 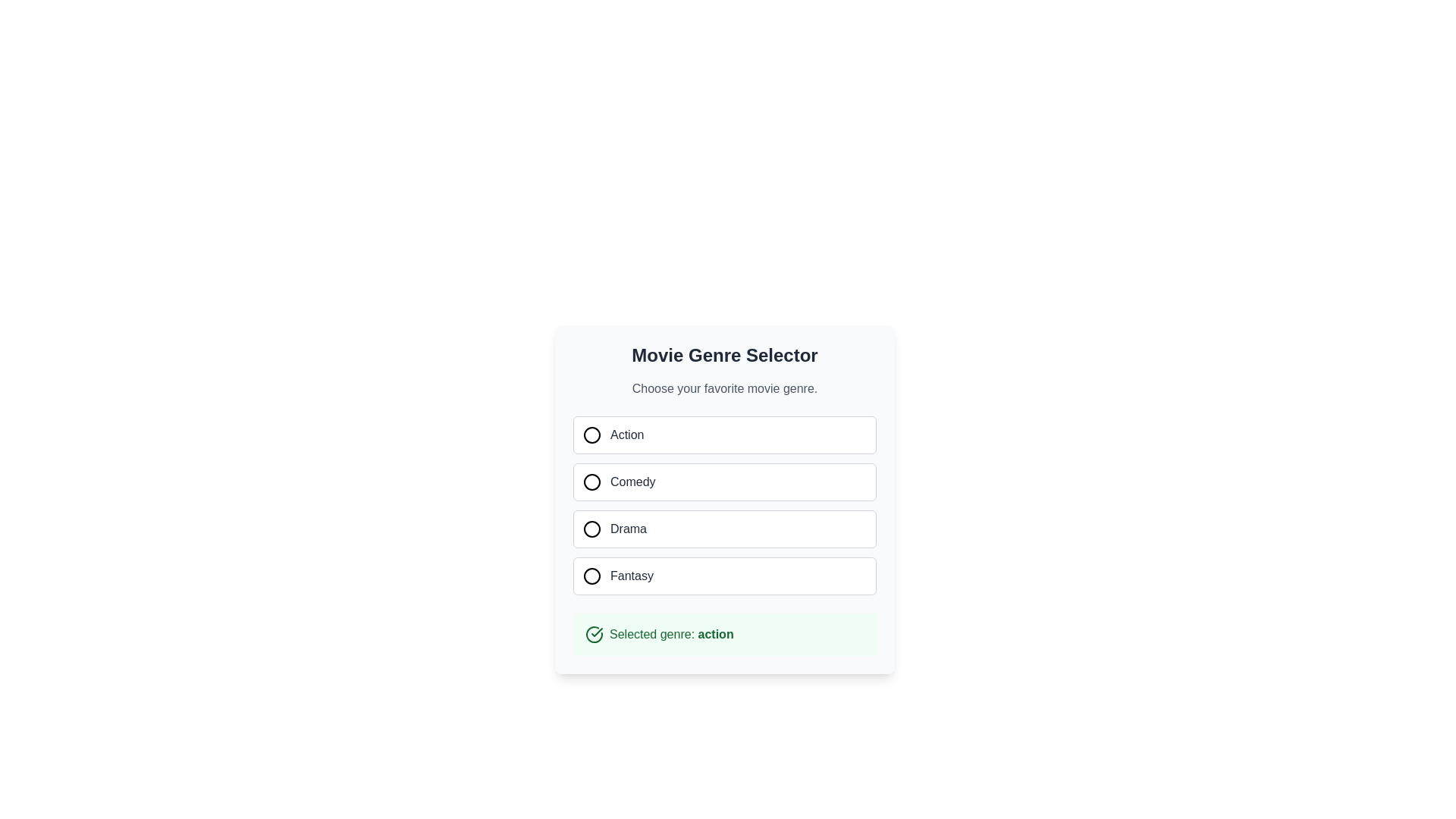 I want to click on the text label that reads 'Choose your favorite movie genre.' which is styled in gray font and positioned directly below the heading 'Movie Genre Selector', so click(x=723, y=388).